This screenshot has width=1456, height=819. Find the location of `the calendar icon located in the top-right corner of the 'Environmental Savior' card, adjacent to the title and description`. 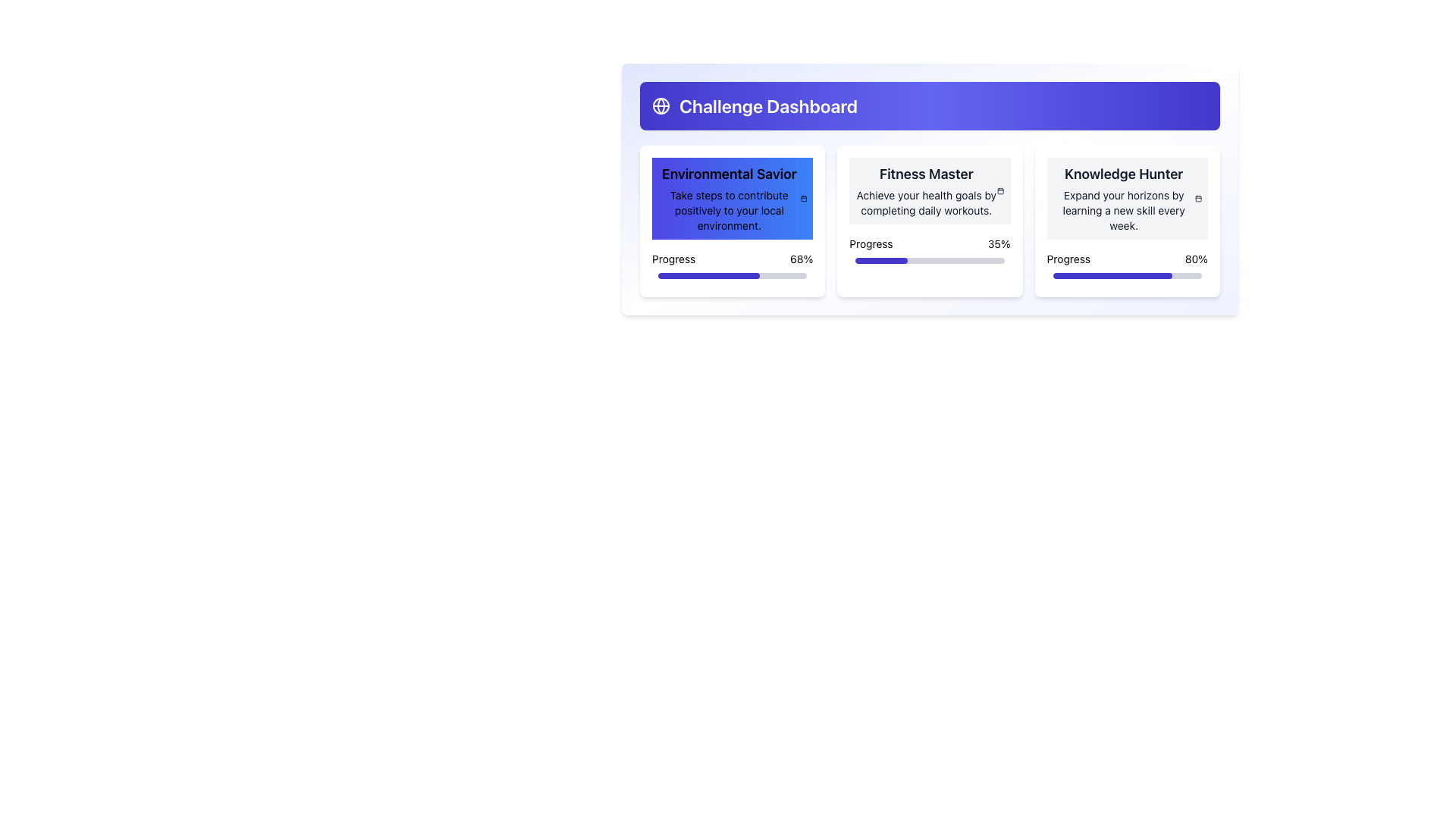

the calendar icon located in the top-right corner of the 'Environmental Savior' card, adjacent to the title and description is located at coordinates (803, 198).